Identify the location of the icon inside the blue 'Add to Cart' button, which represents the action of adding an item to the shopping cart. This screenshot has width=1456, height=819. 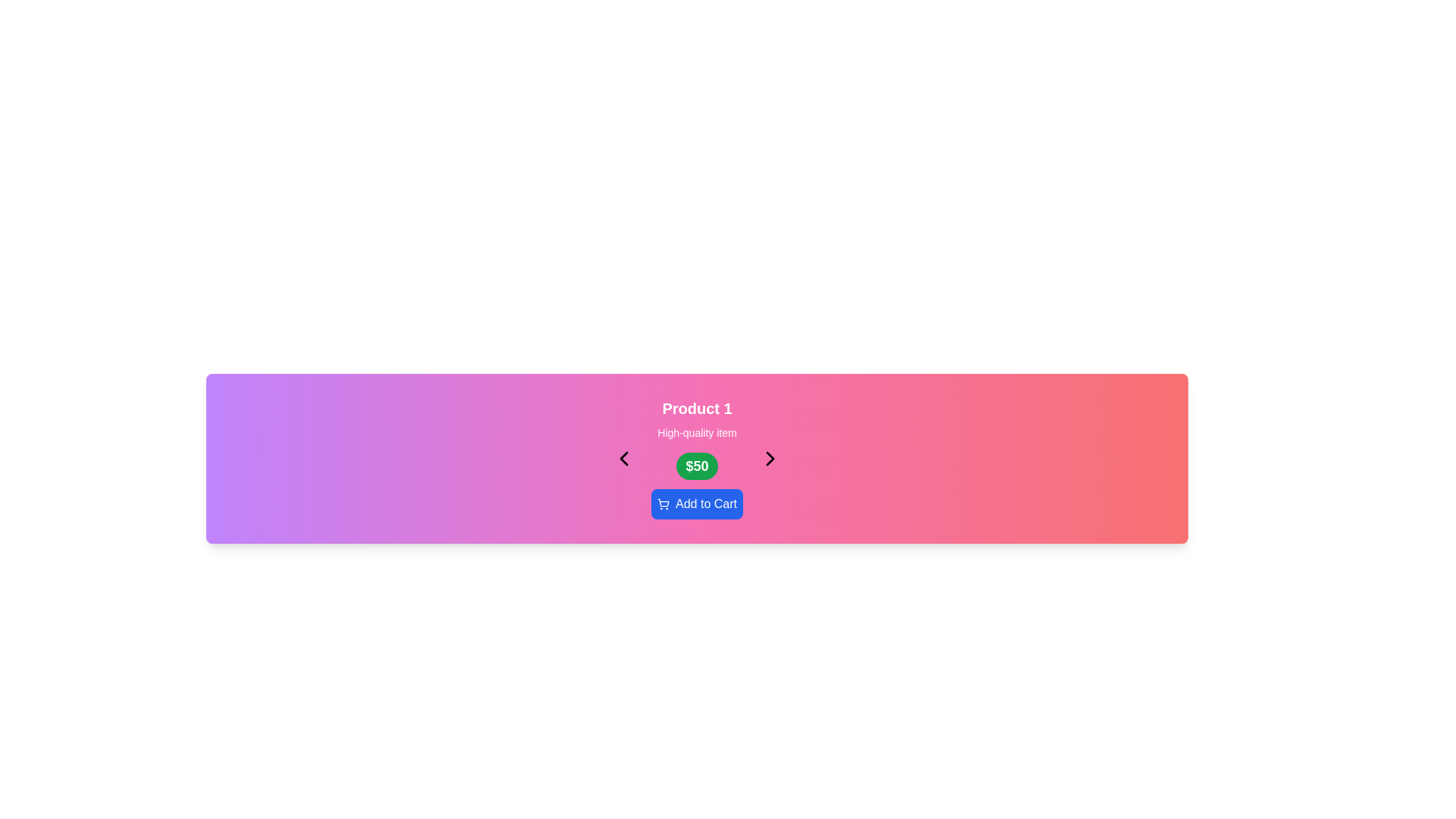
(663, 504).